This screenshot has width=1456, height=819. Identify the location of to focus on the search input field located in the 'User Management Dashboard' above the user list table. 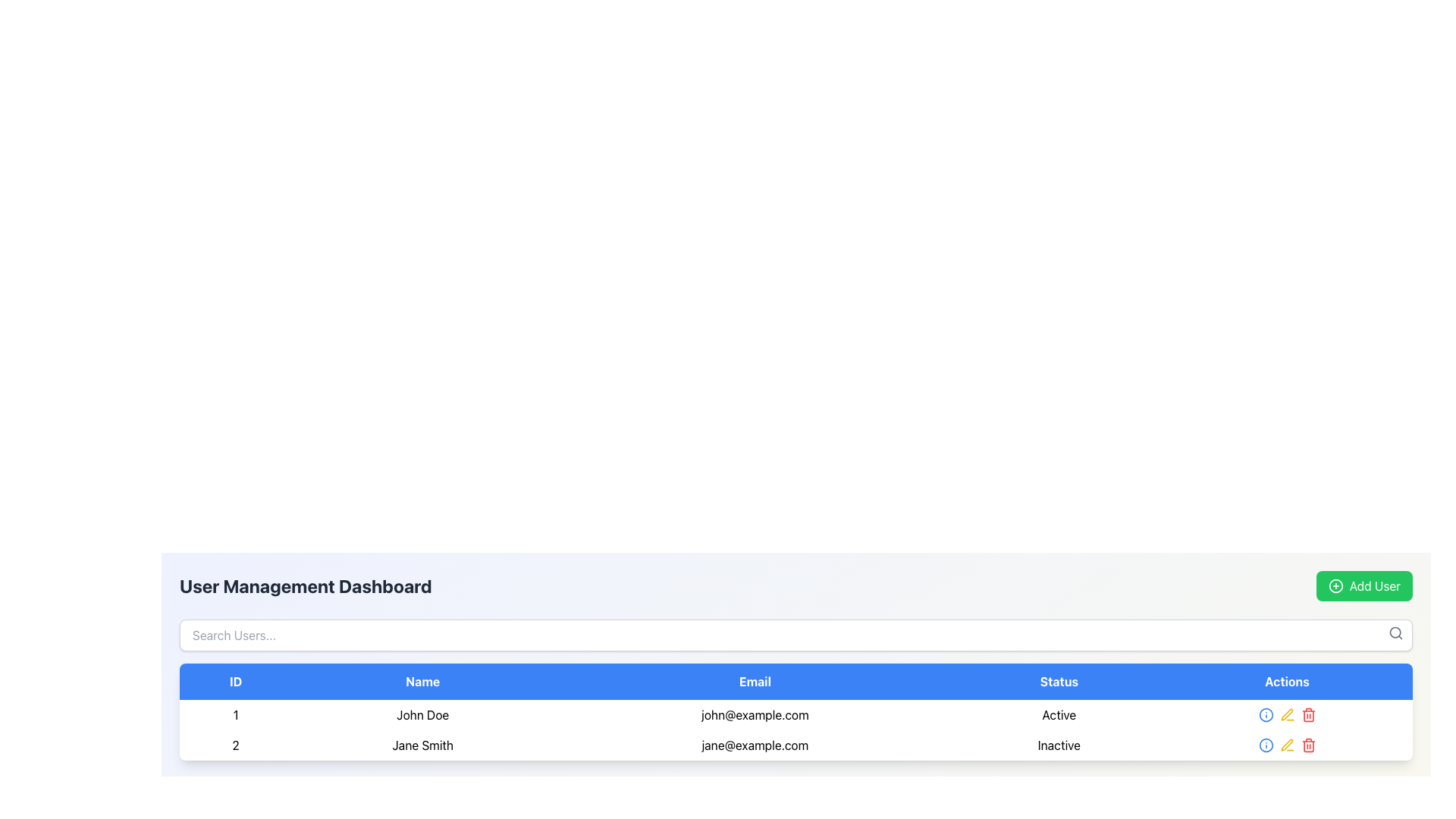
(795, 635).